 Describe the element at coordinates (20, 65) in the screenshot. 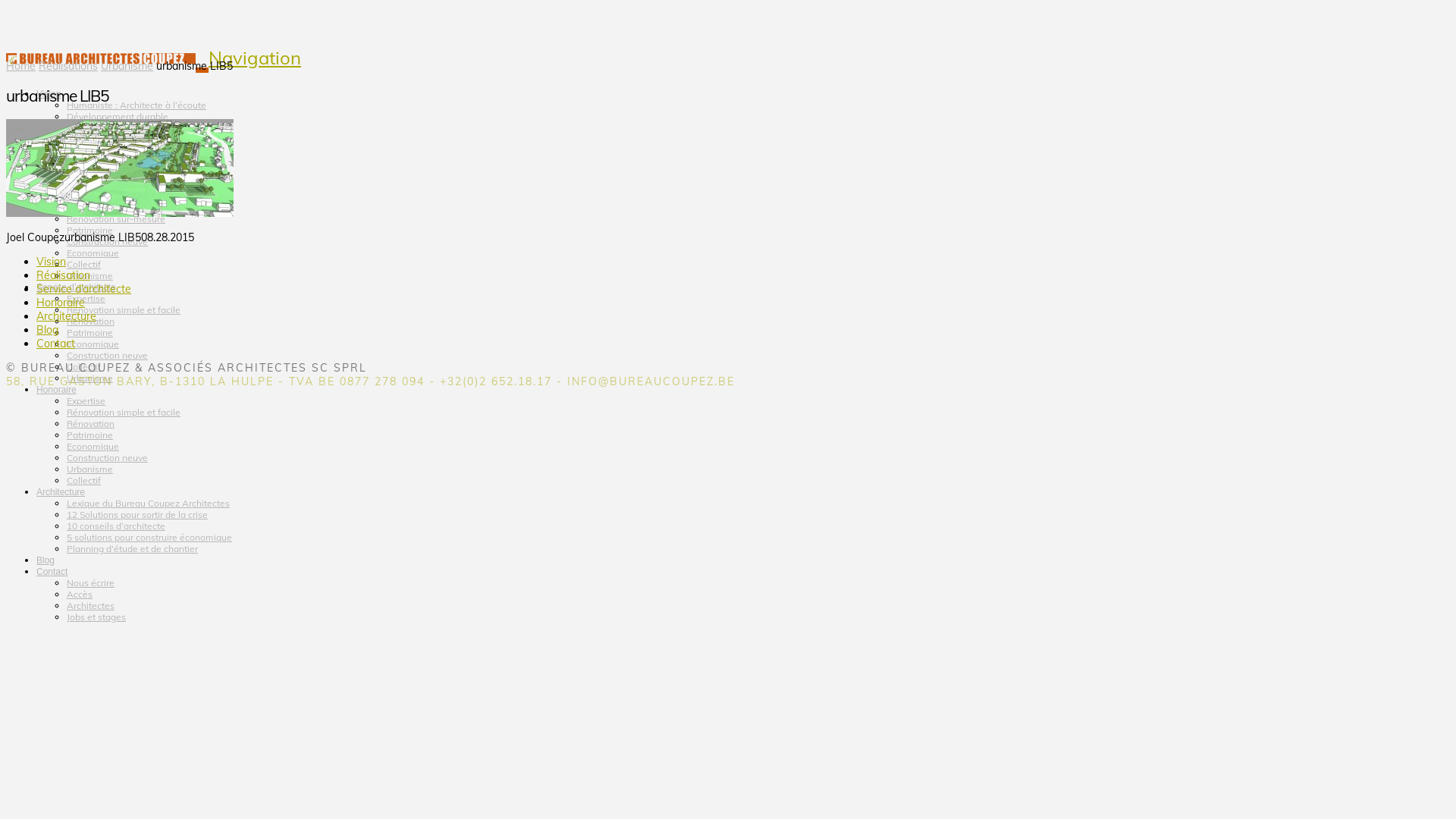

I see `'Home'` at that location.